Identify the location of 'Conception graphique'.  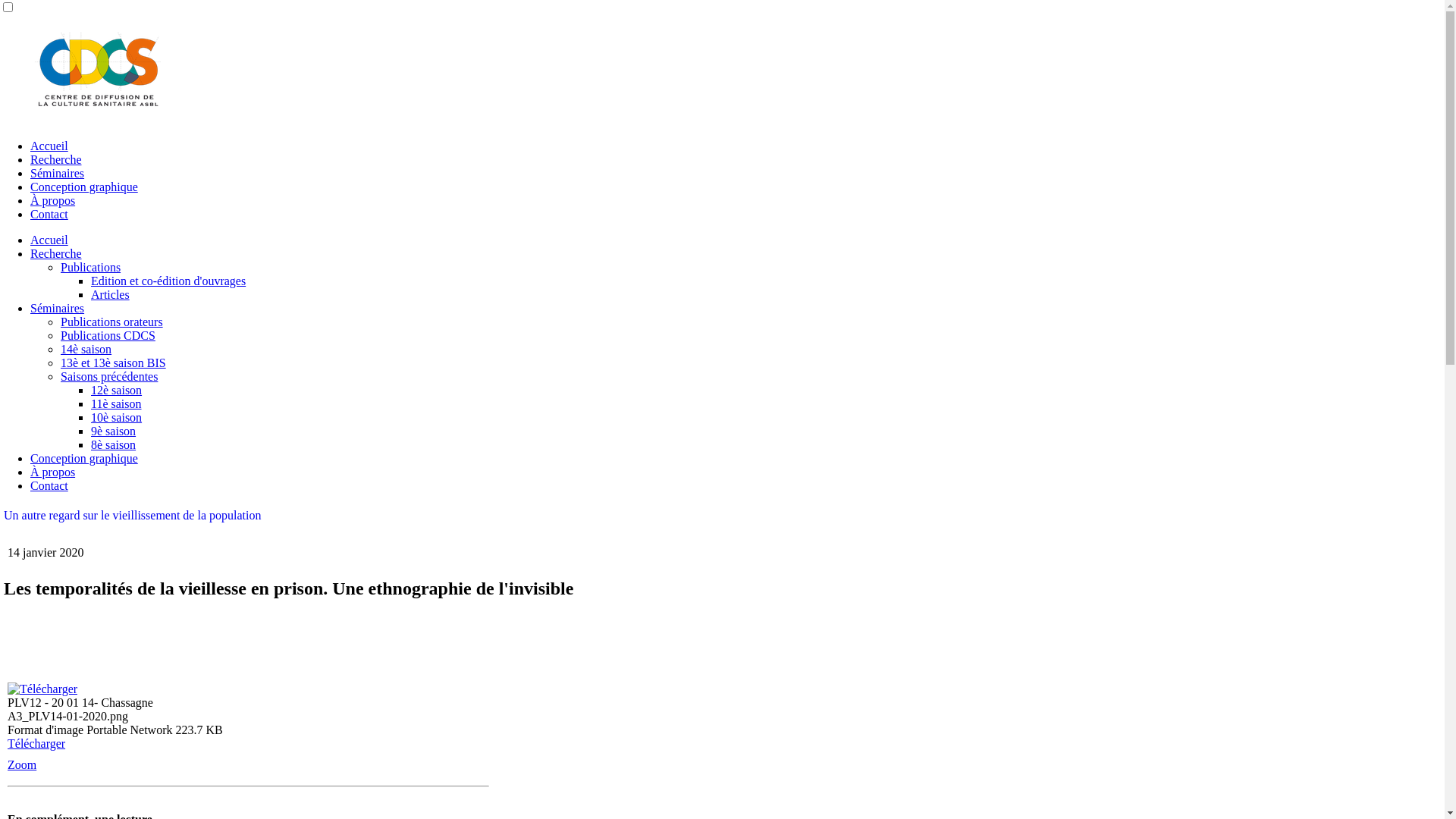
(83, 186).